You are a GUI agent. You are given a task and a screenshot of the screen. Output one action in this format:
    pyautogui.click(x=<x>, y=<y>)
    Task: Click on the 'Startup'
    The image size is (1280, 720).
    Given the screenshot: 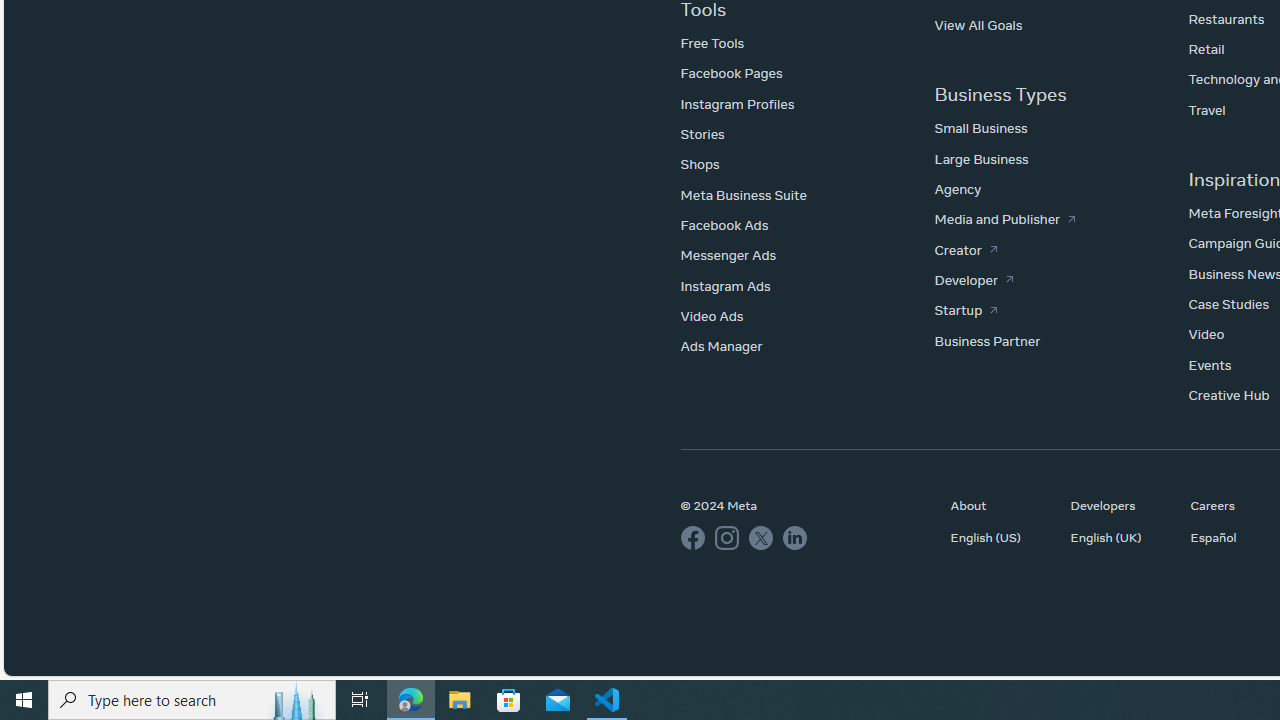 What is the action you would take?
    pyautogui.click(x=966, y=310)
    